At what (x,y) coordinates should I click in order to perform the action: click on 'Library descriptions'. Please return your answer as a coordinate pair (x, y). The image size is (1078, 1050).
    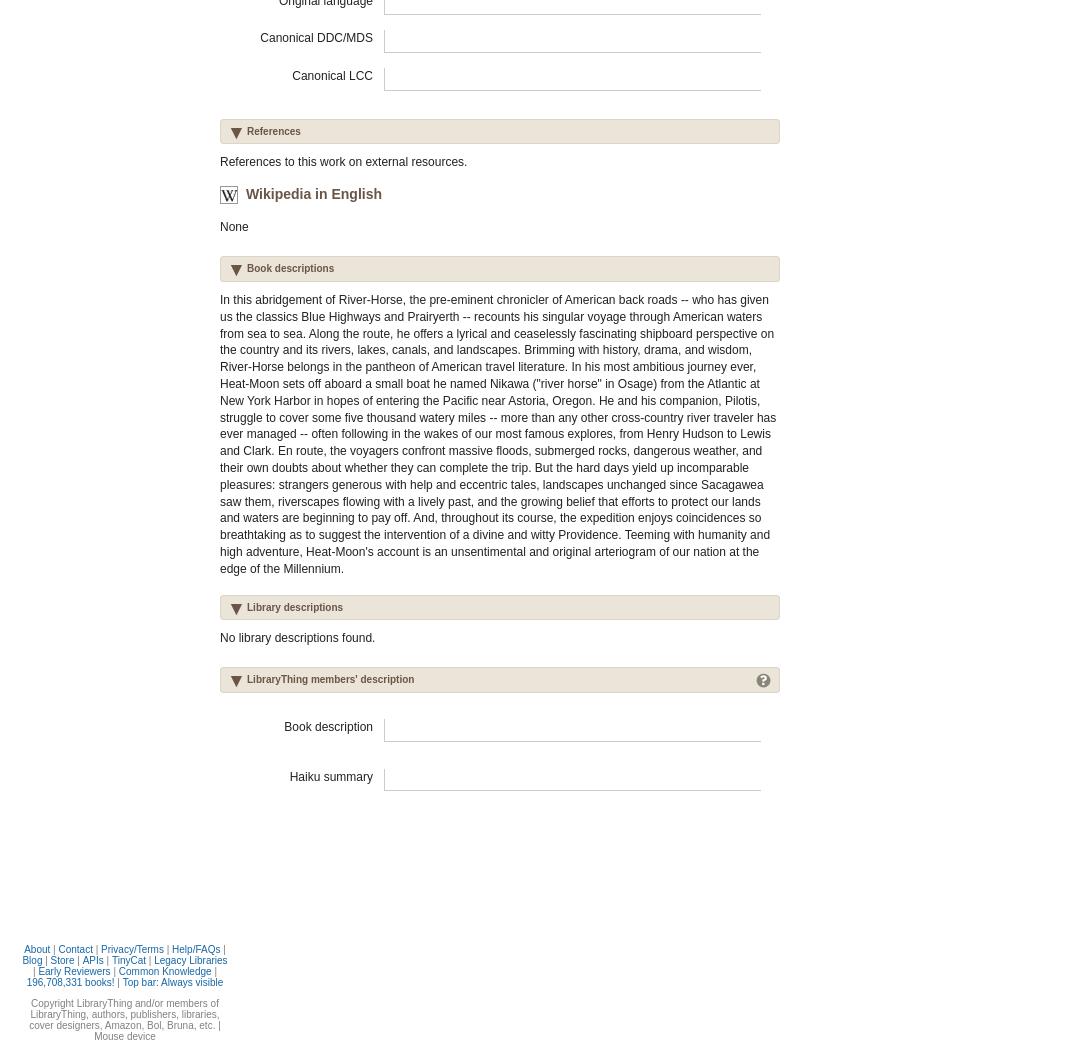
    Looking at the image, I should click on (245, 606).